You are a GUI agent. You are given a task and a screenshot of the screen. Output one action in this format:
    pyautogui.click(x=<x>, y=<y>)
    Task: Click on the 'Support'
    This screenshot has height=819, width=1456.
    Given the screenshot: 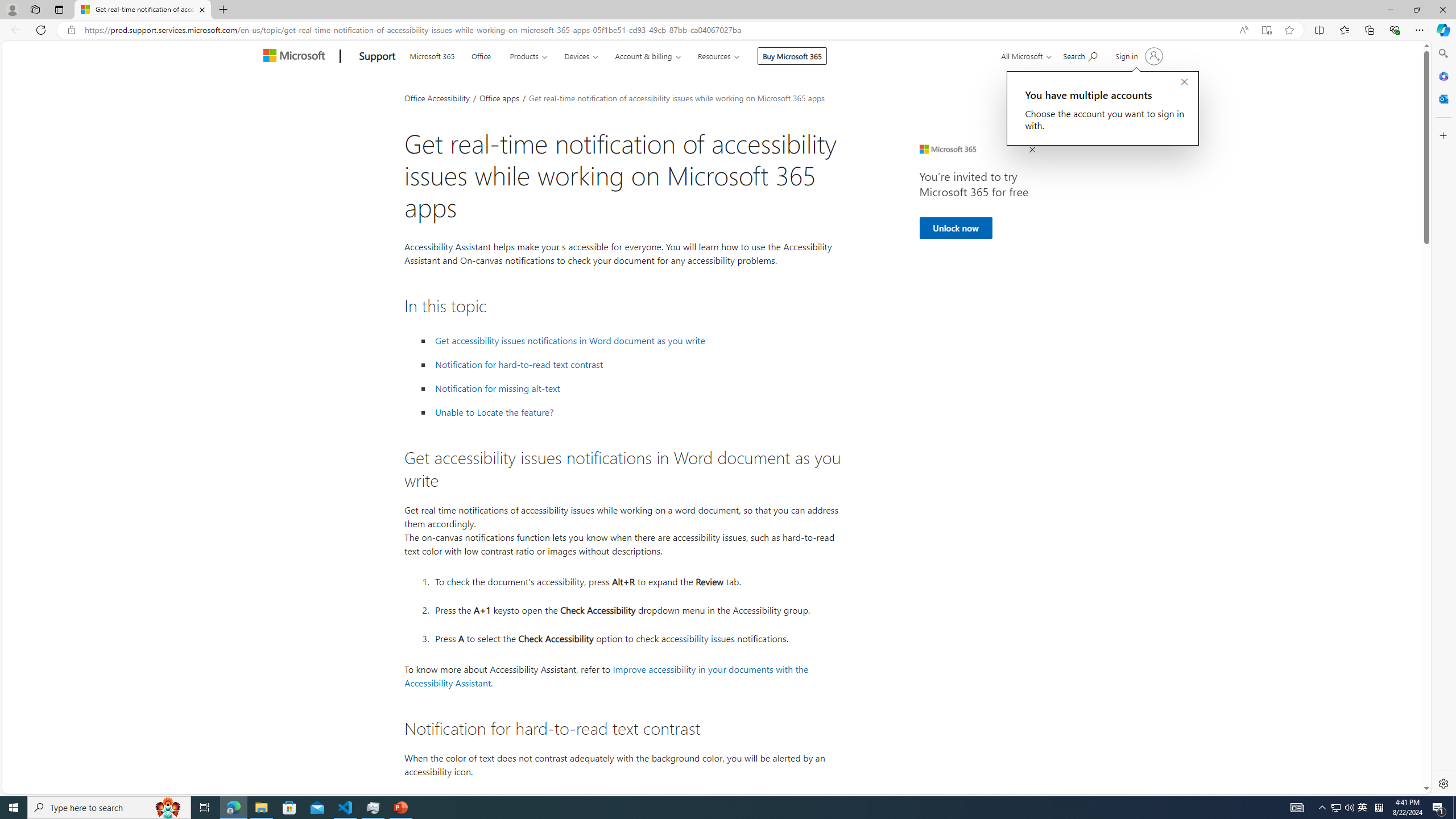 What is the action you would take?
    pyautogui.click(x=378, y=56)
    